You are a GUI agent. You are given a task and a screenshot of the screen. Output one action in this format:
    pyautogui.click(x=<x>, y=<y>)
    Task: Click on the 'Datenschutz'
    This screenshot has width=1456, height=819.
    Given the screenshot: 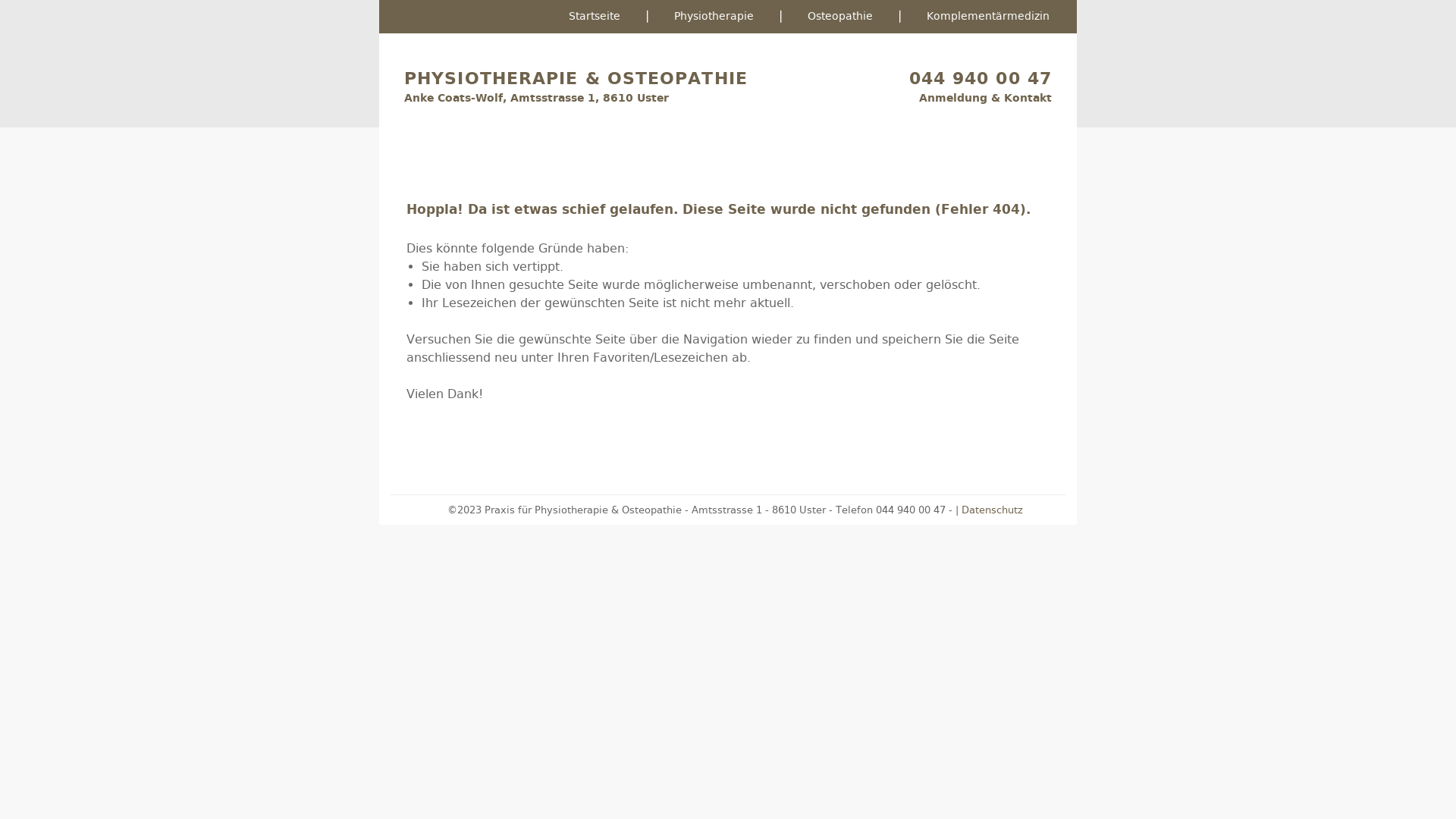 What is the action you would take?
    pyautogui.click(x=960, y=510)
    